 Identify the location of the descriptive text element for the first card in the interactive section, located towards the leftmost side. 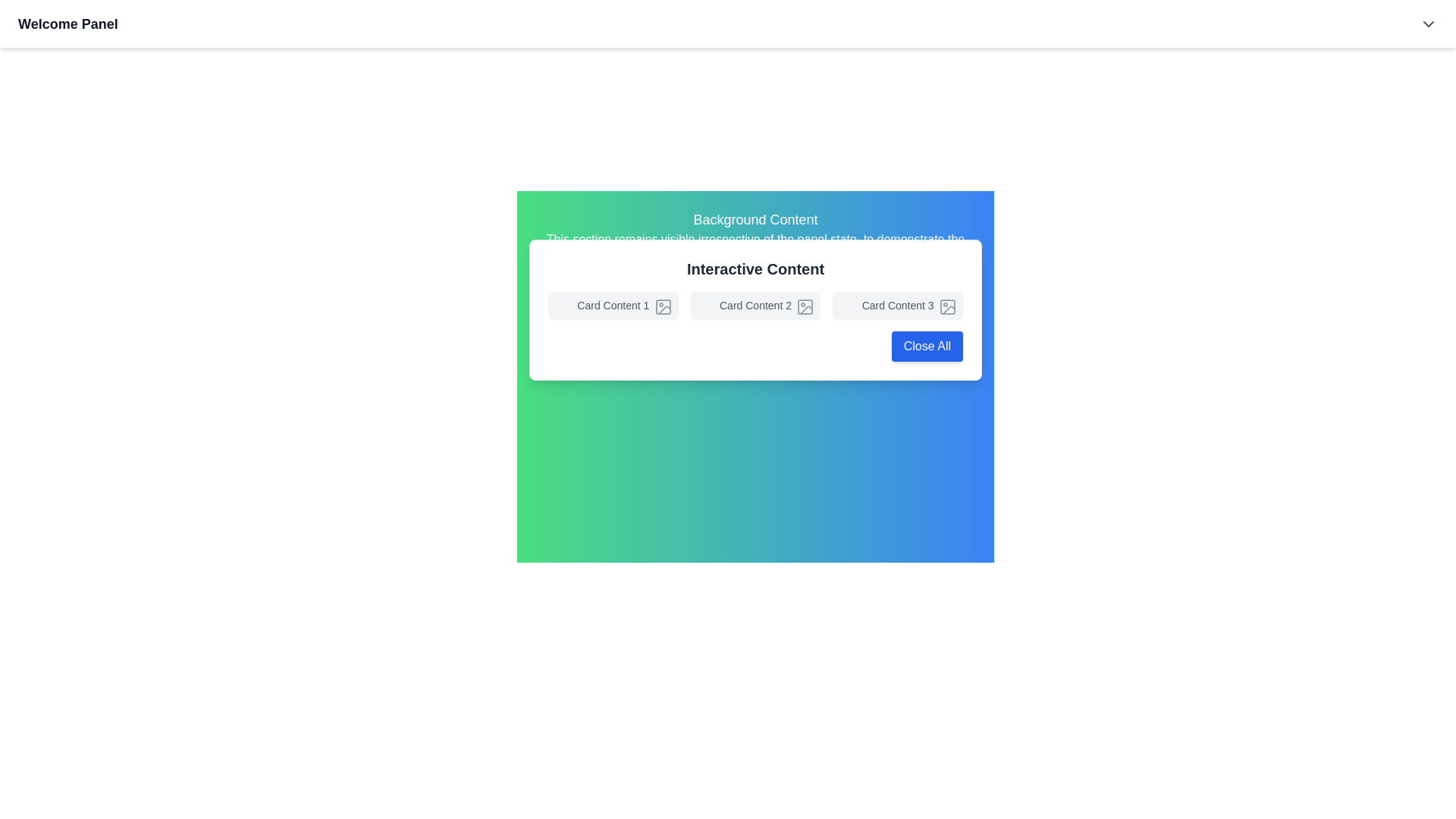
(613, 305).